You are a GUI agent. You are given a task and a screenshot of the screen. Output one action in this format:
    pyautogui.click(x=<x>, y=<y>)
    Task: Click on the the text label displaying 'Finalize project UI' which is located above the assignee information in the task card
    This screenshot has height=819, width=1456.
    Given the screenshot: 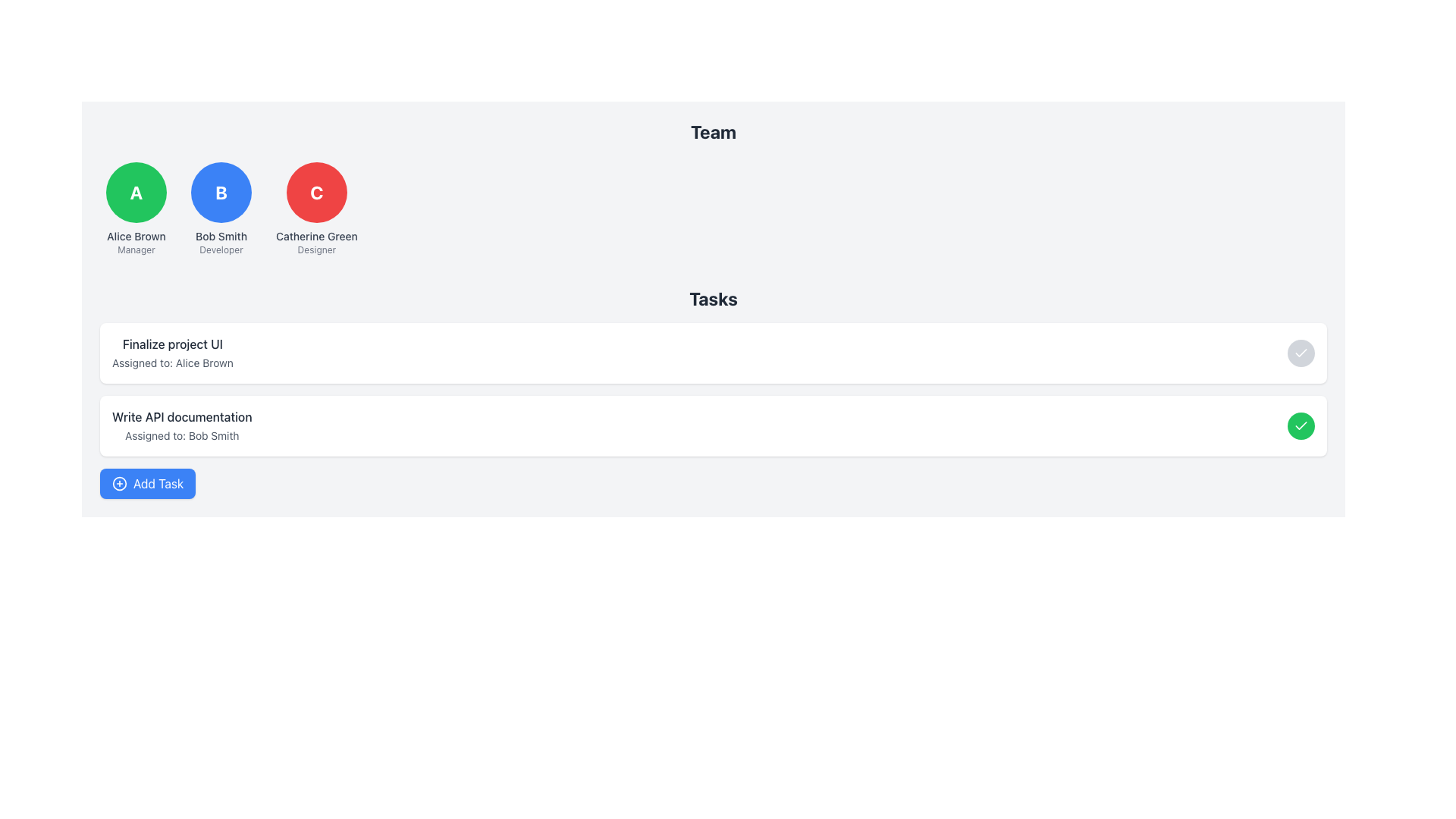 What is the action you would take?
    pyautogui.click(x=172, y=344)
    